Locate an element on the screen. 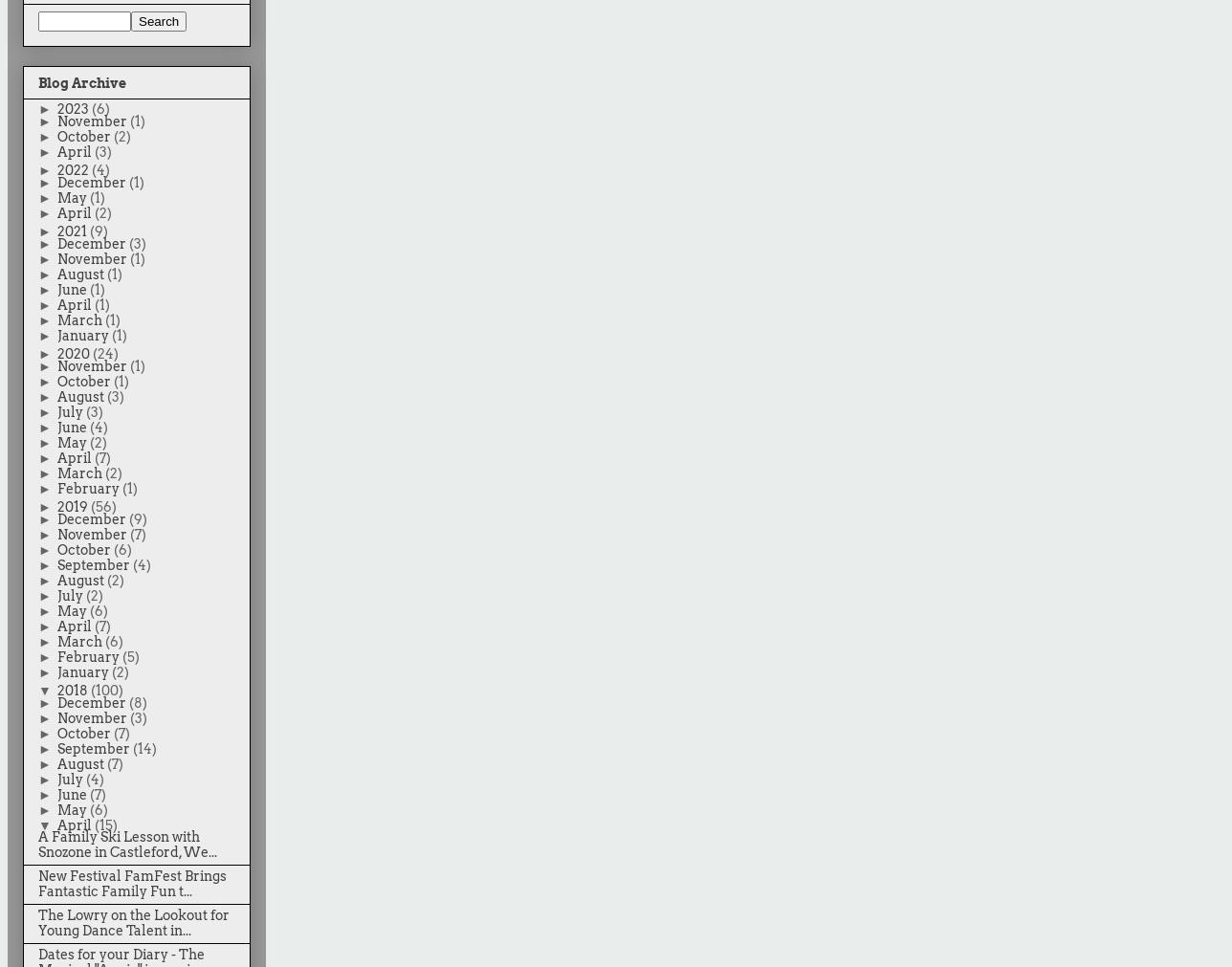 The image size is (1232, 967). '2020' is located at coordinates (74, 353).